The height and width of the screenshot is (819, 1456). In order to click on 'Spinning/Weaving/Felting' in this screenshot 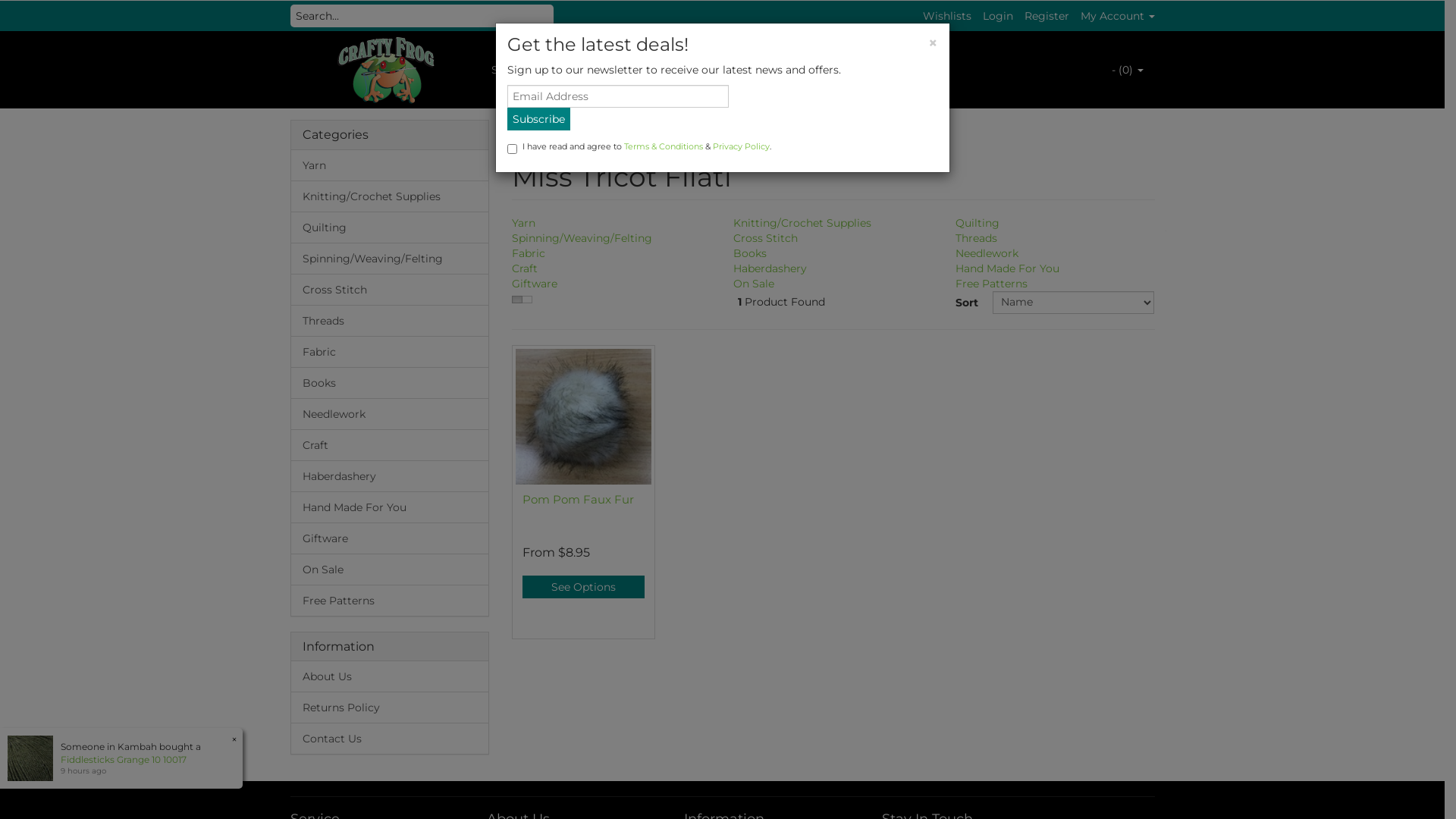, I will do `click(390, 257)`.